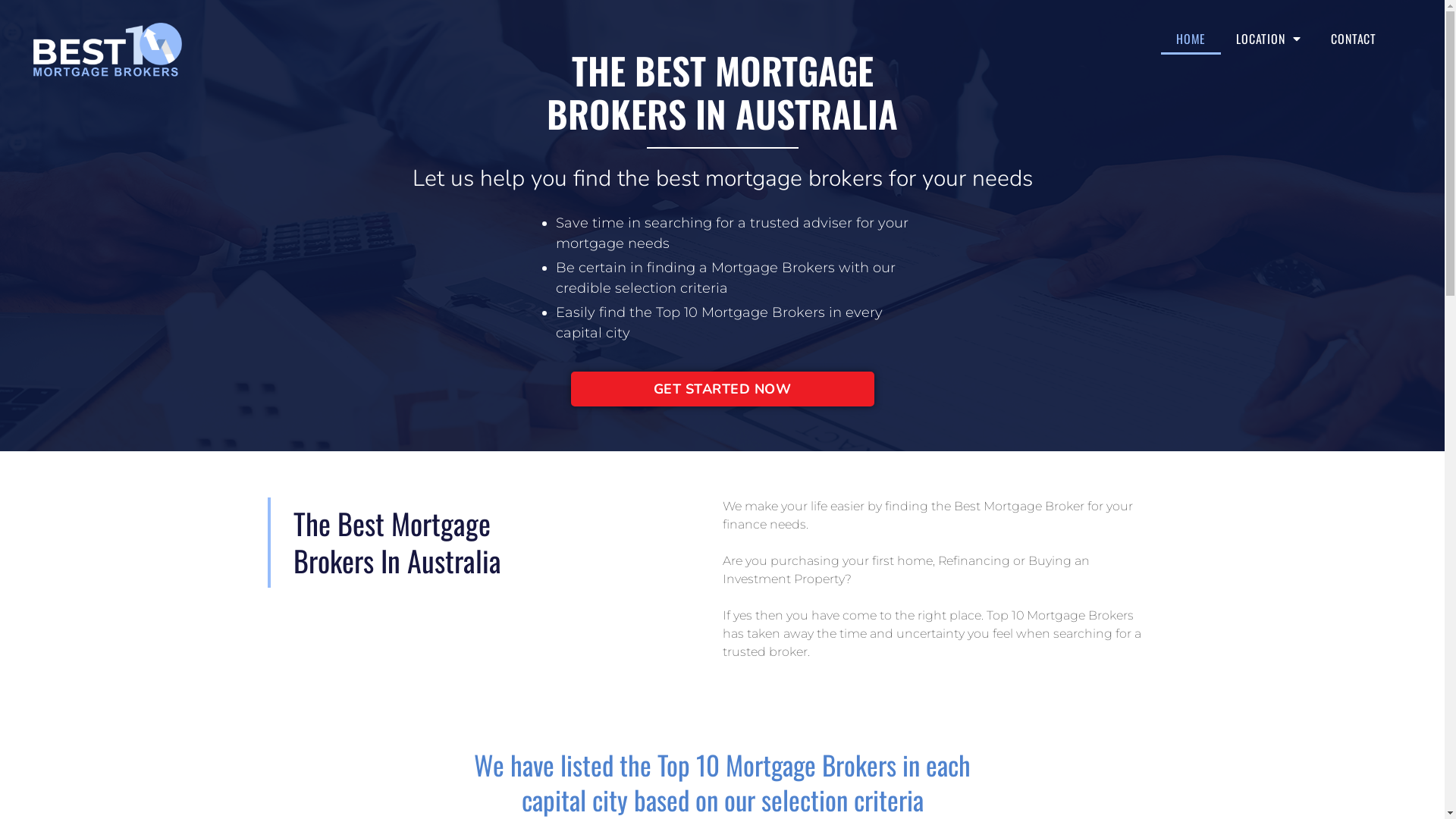 The height and width of the screenshot is (819, 1456). What do you see at coordinates (720, 388) in the screenshot?
I see `'GET STARTED NOW'` at bounding box center [720, 388].